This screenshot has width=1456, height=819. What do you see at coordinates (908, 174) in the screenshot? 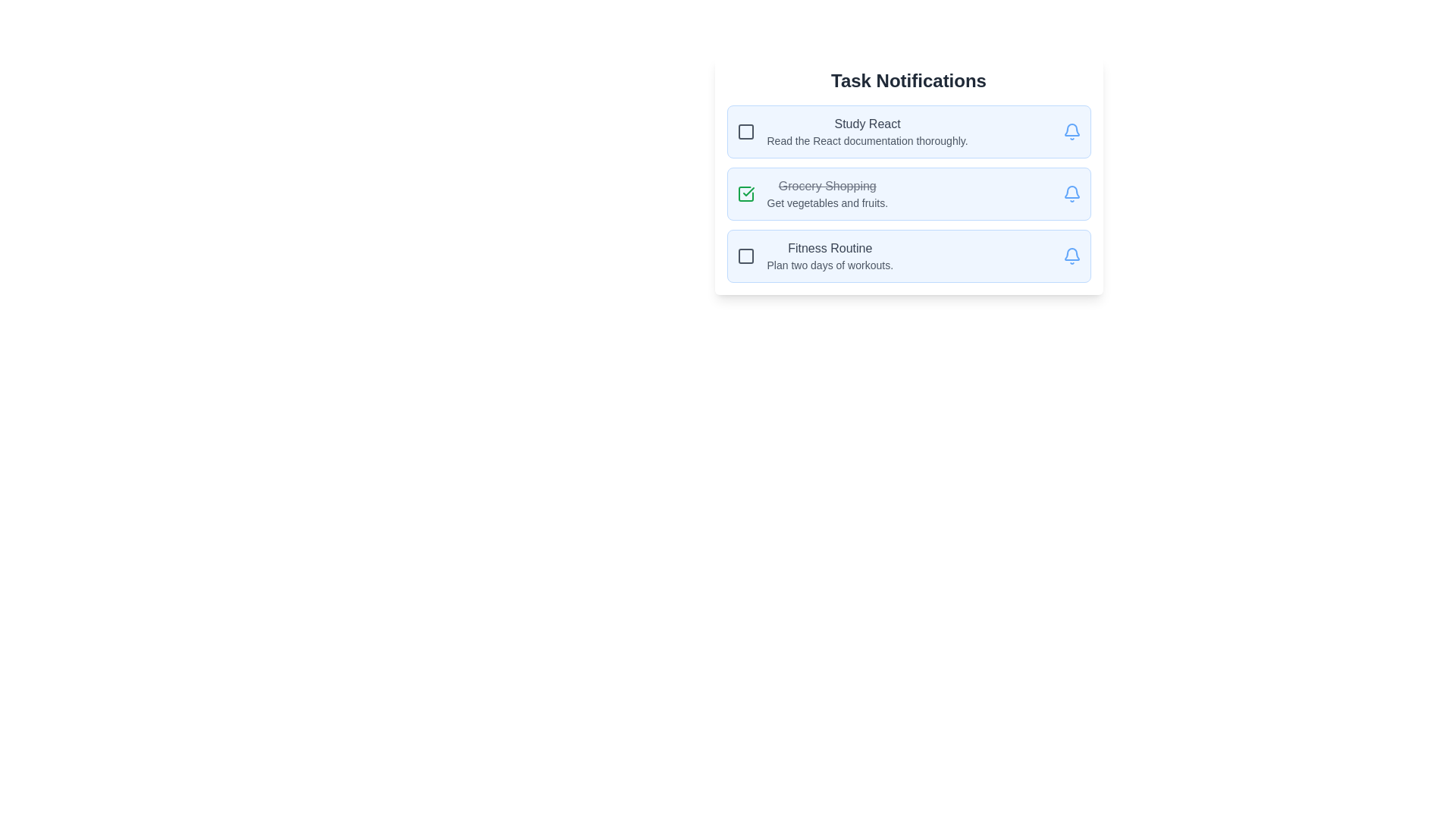
I see `the checkbox on the left side of the 'Grocery Shopping' task item` at bounding box center [908, 174].